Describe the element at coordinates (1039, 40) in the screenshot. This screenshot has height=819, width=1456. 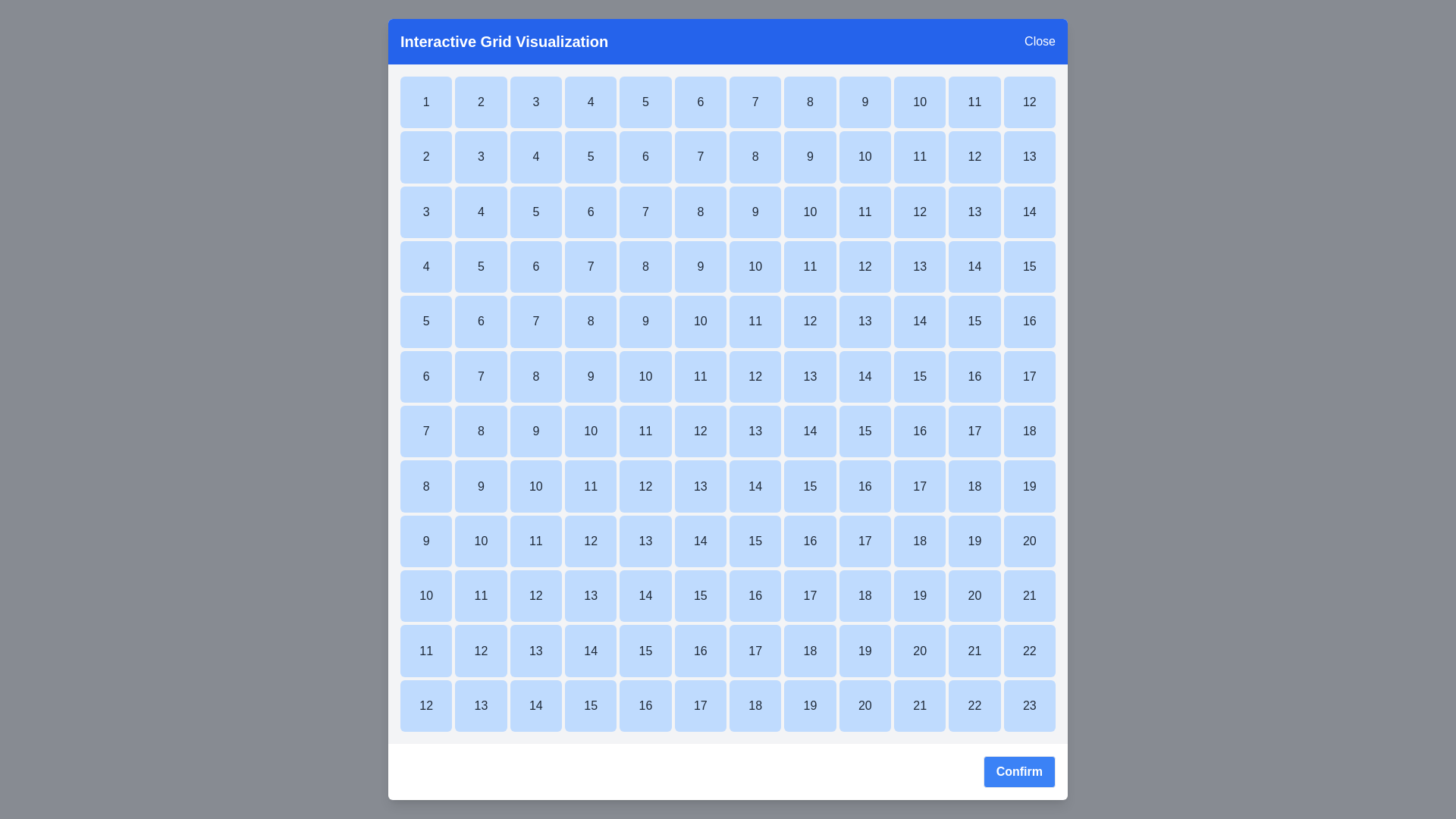
I see `close button to dismiss the dialog` at that location.